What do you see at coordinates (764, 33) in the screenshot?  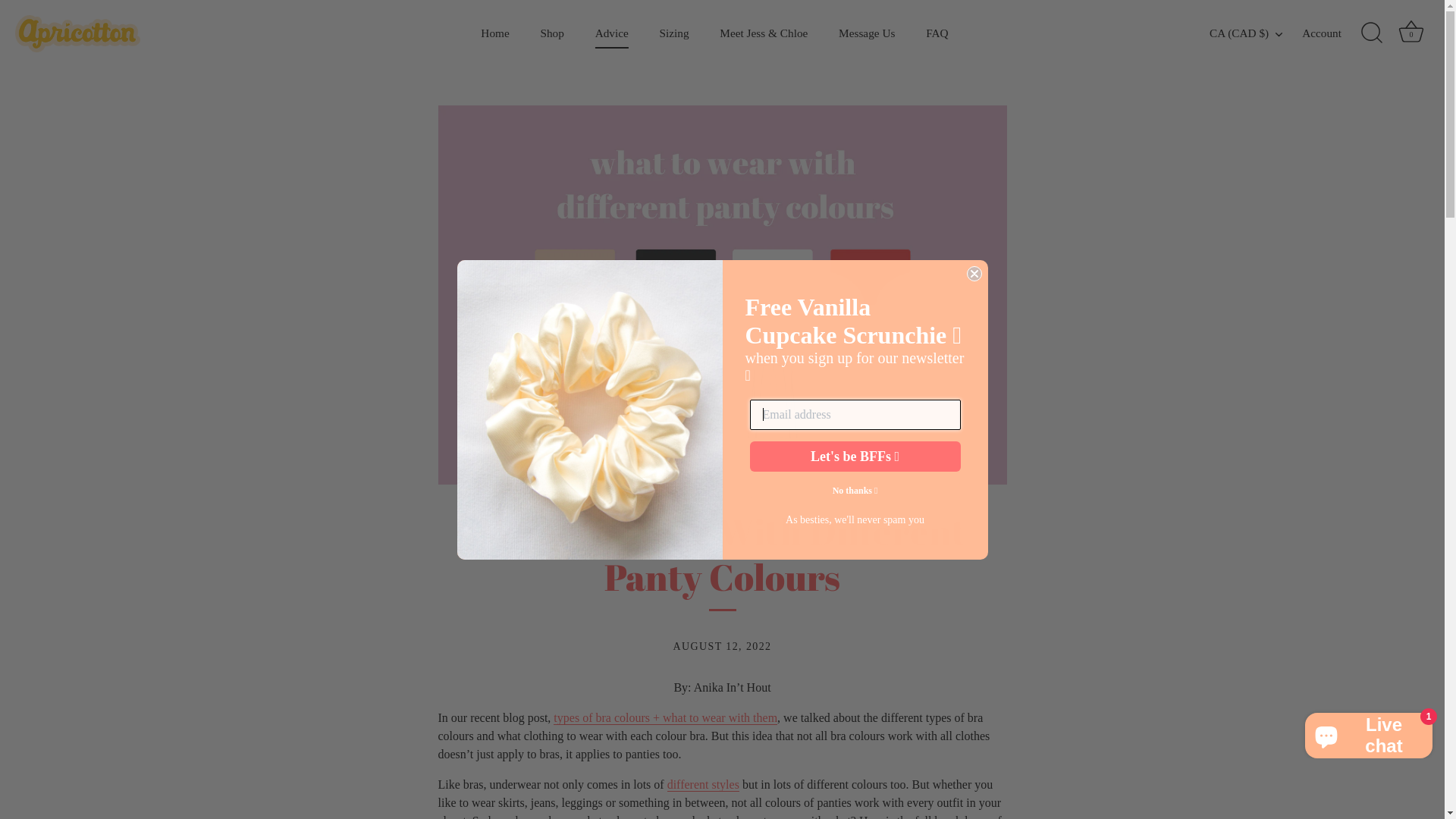 I see `'Meet Jess & Chloe'` at bounding box center [764, 33].